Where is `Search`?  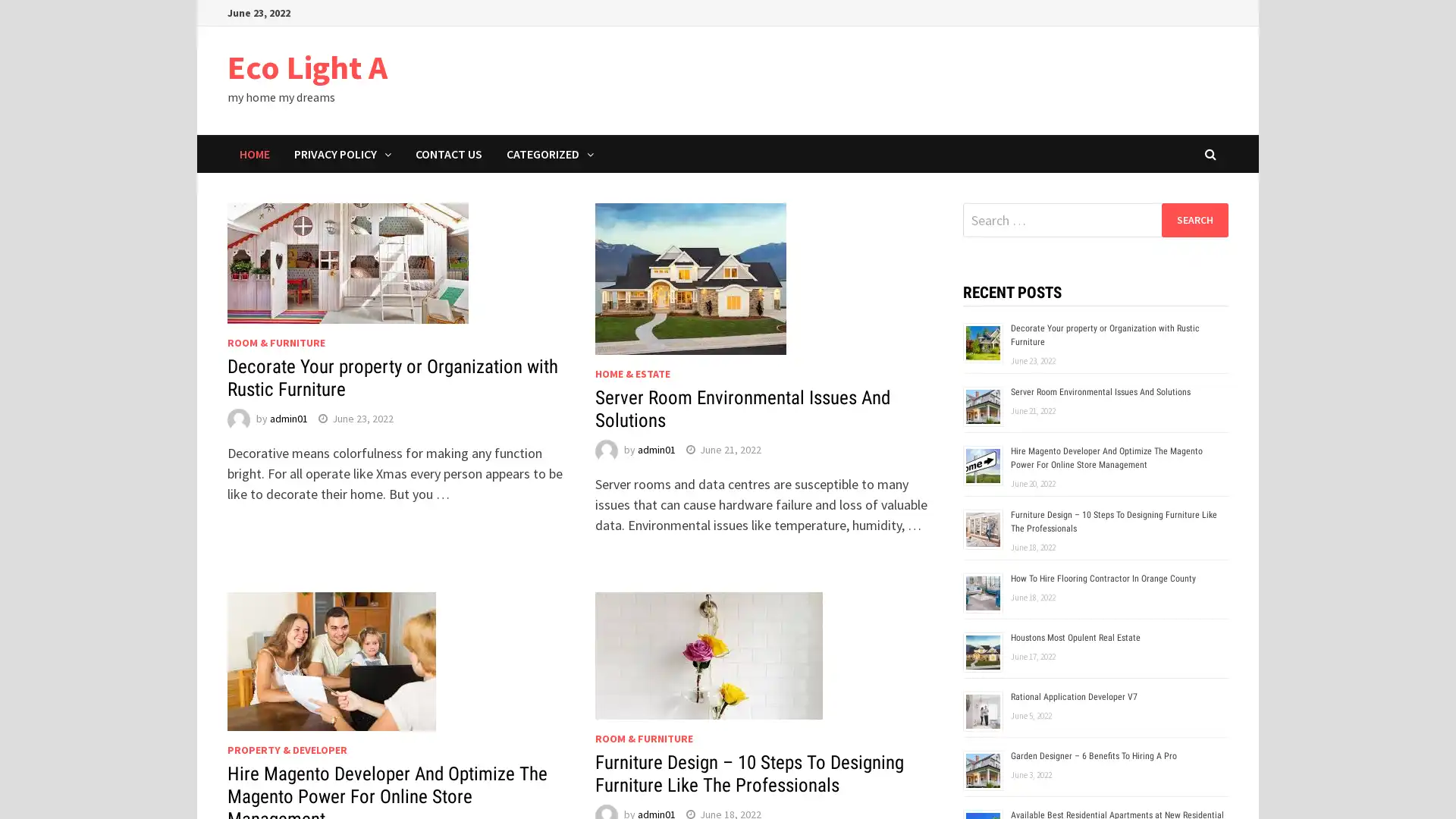 Search is located at coordinates (1194, 219).